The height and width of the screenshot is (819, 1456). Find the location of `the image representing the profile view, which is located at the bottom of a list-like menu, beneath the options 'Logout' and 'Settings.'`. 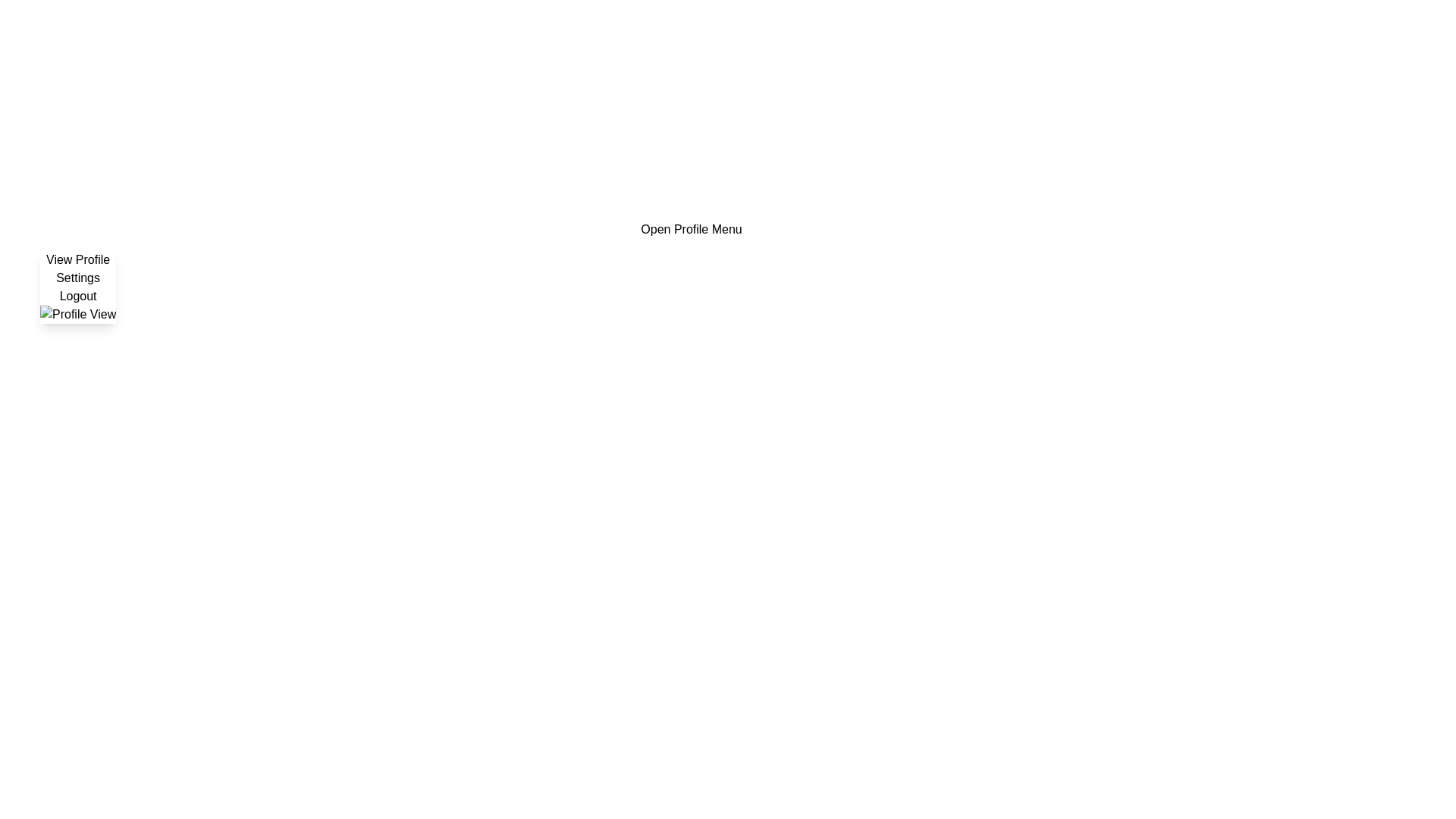

the image representing the profile view, which is located at the bottom of a list-like menu, beneath the options 'Logout' and 'Settings.' is located at coordinates (77, 314).